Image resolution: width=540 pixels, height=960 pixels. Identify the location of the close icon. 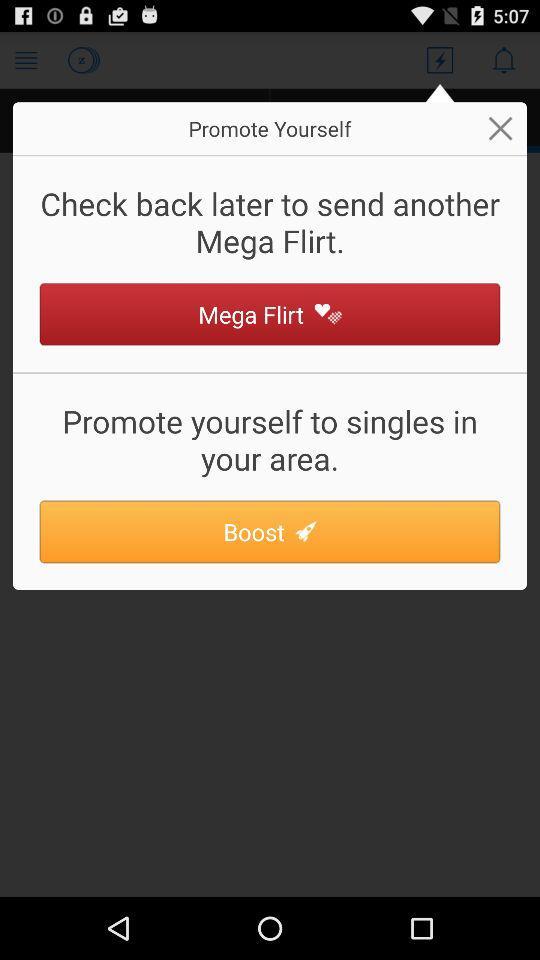
(499, 136).